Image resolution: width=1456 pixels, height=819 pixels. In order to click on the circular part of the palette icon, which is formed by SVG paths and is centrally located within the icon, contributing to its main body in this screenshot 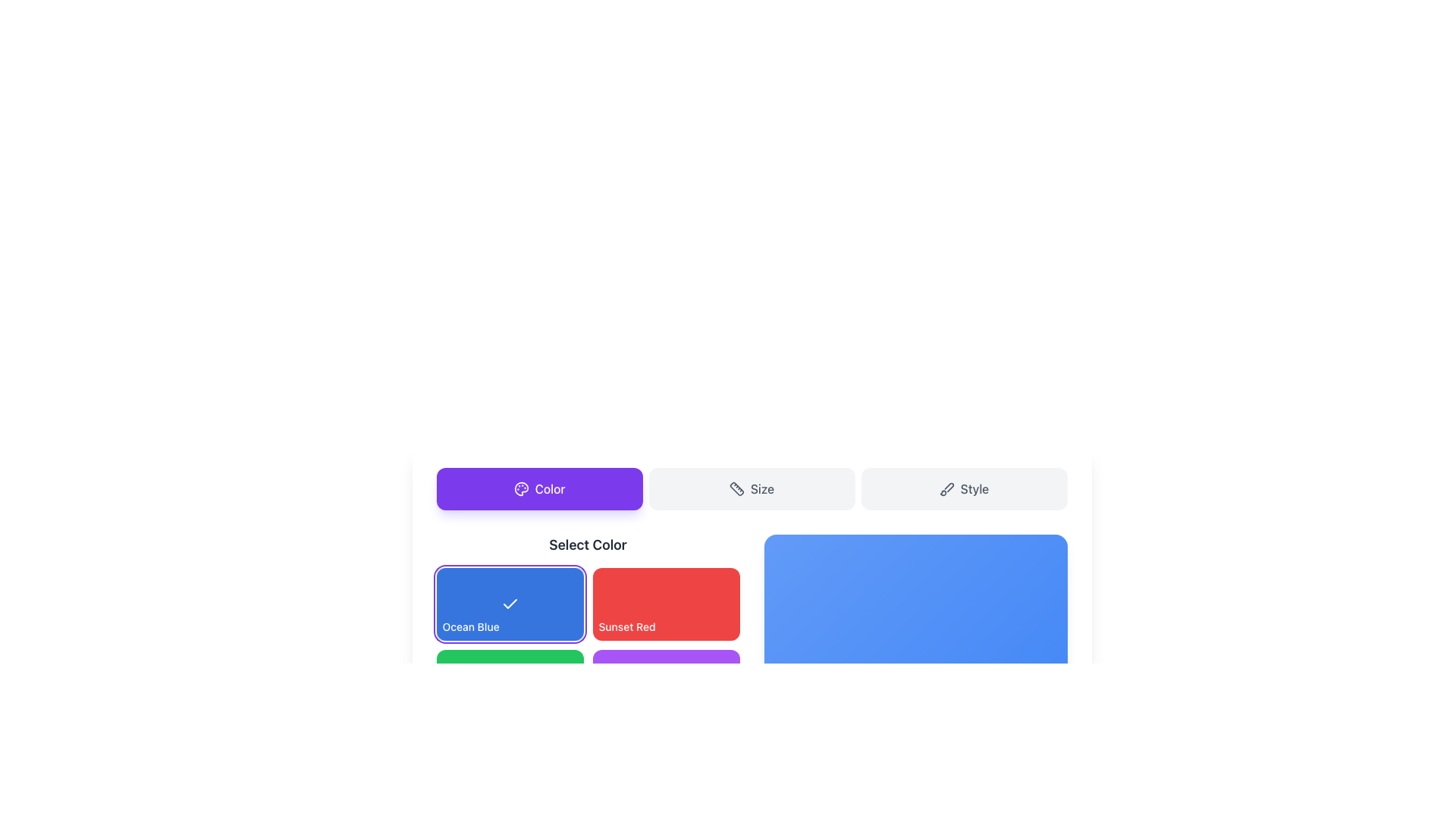, I will do `click(521, 488)`.